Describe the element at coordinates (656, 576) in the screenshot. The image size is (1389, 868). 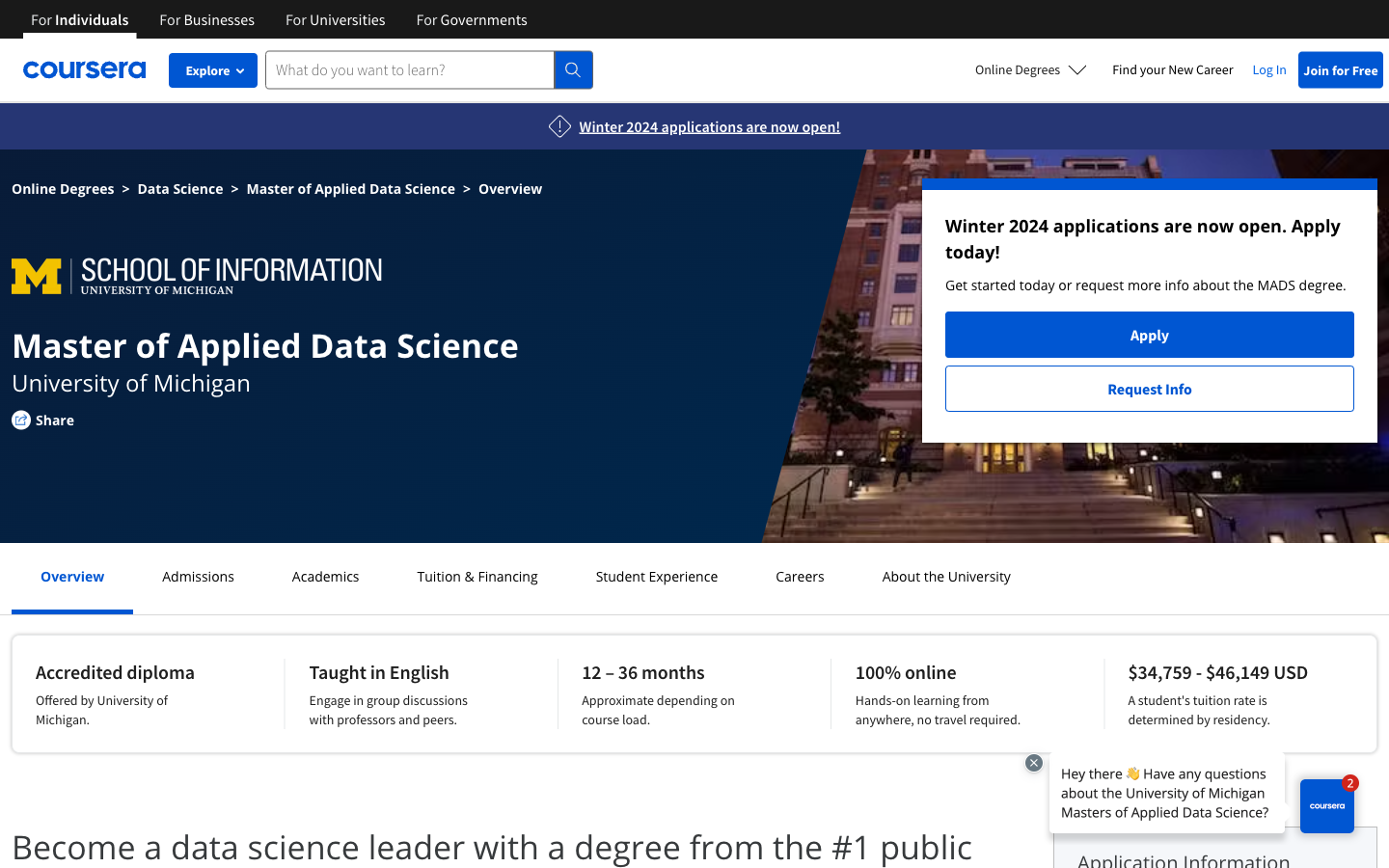
I see `online classes on Cloud Computing` at that location.